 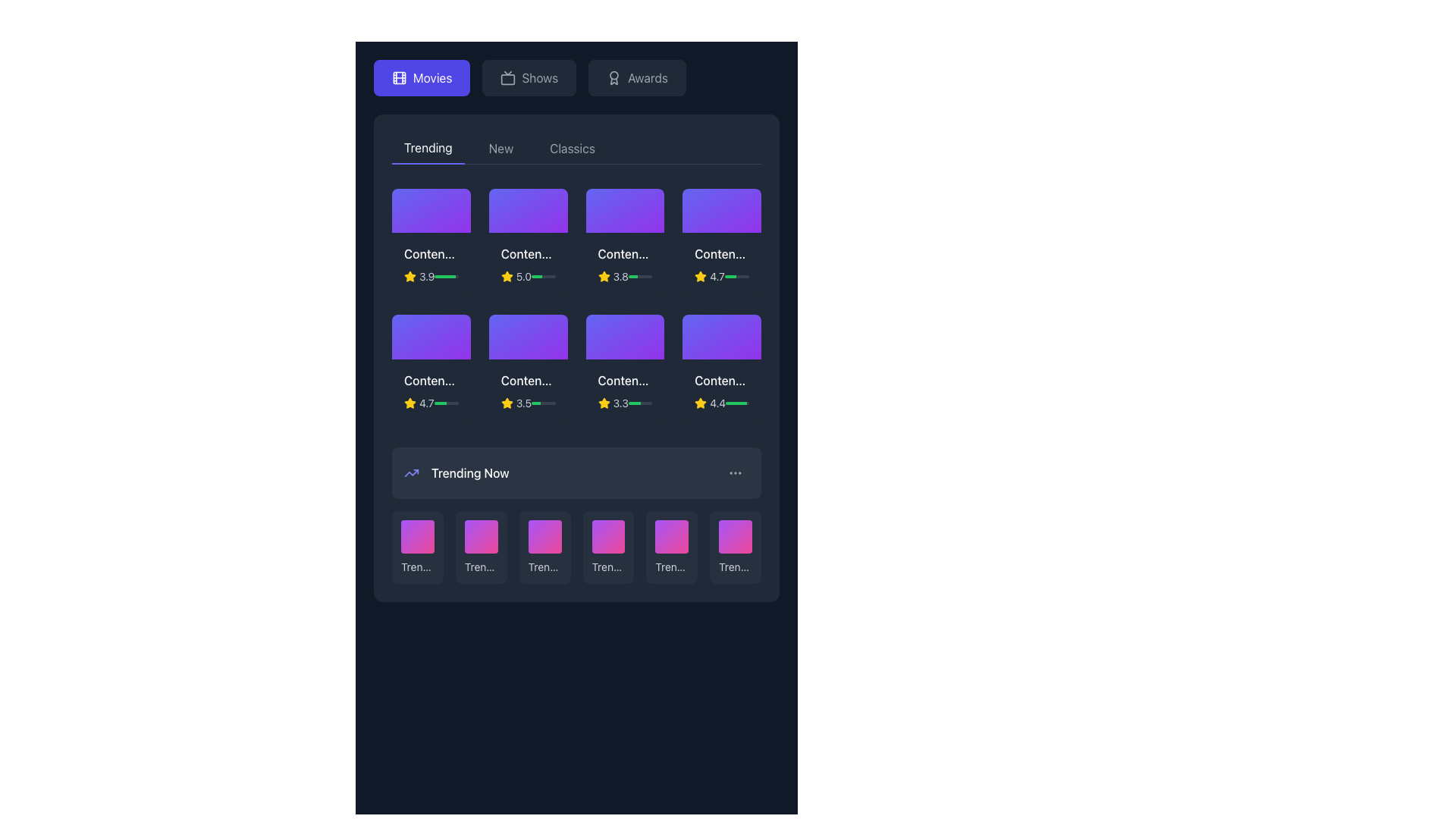 I want to click on the Rating star icon located in the 'Trending' section under the movie's thumbnail to interact with the rating system, so click(x=410, y=402).